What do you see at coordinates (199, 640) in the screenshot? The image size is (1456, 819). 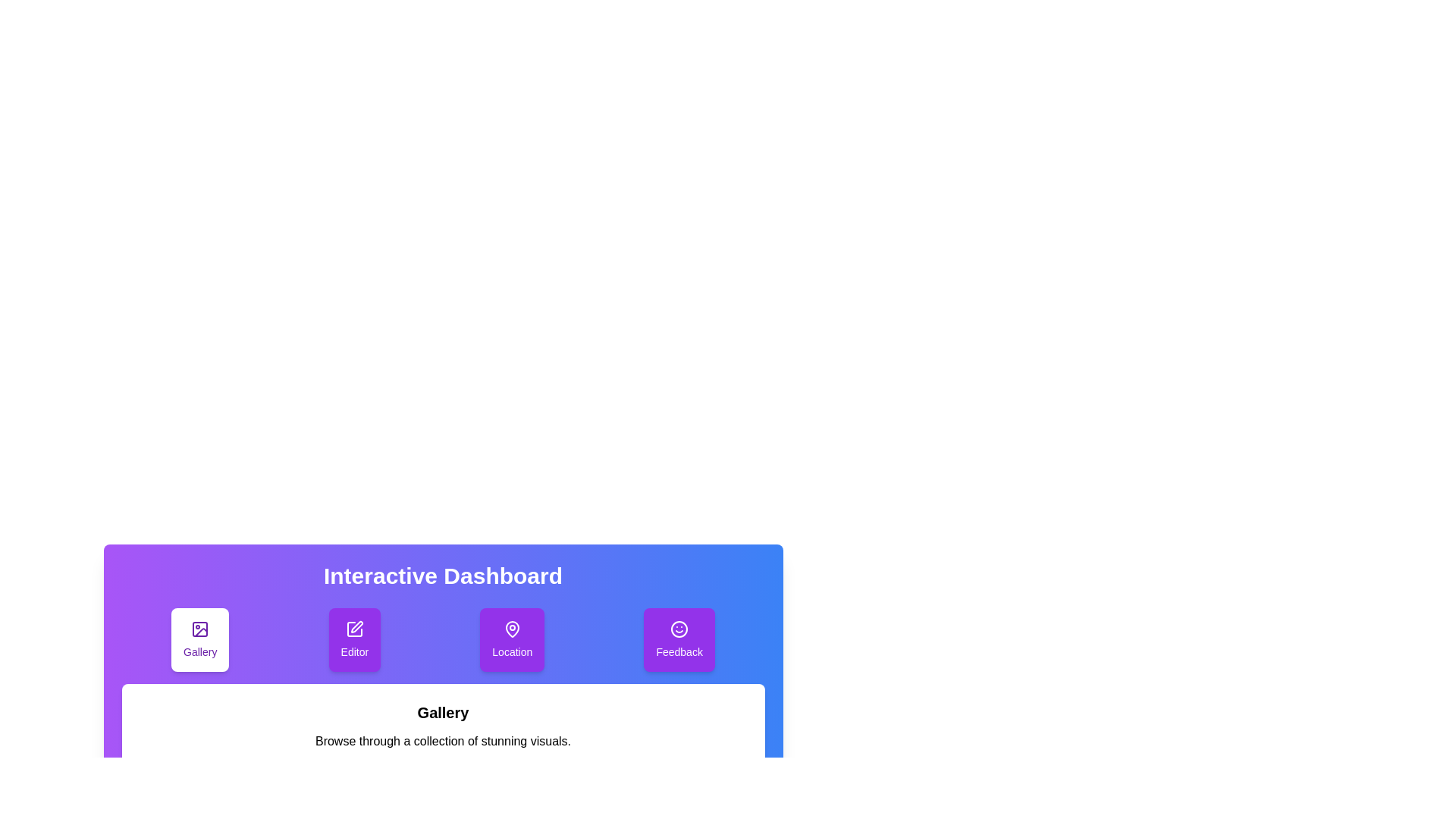 I see `the tab labeled Gallery by clicking on its button` at bounding box center [199, 640].